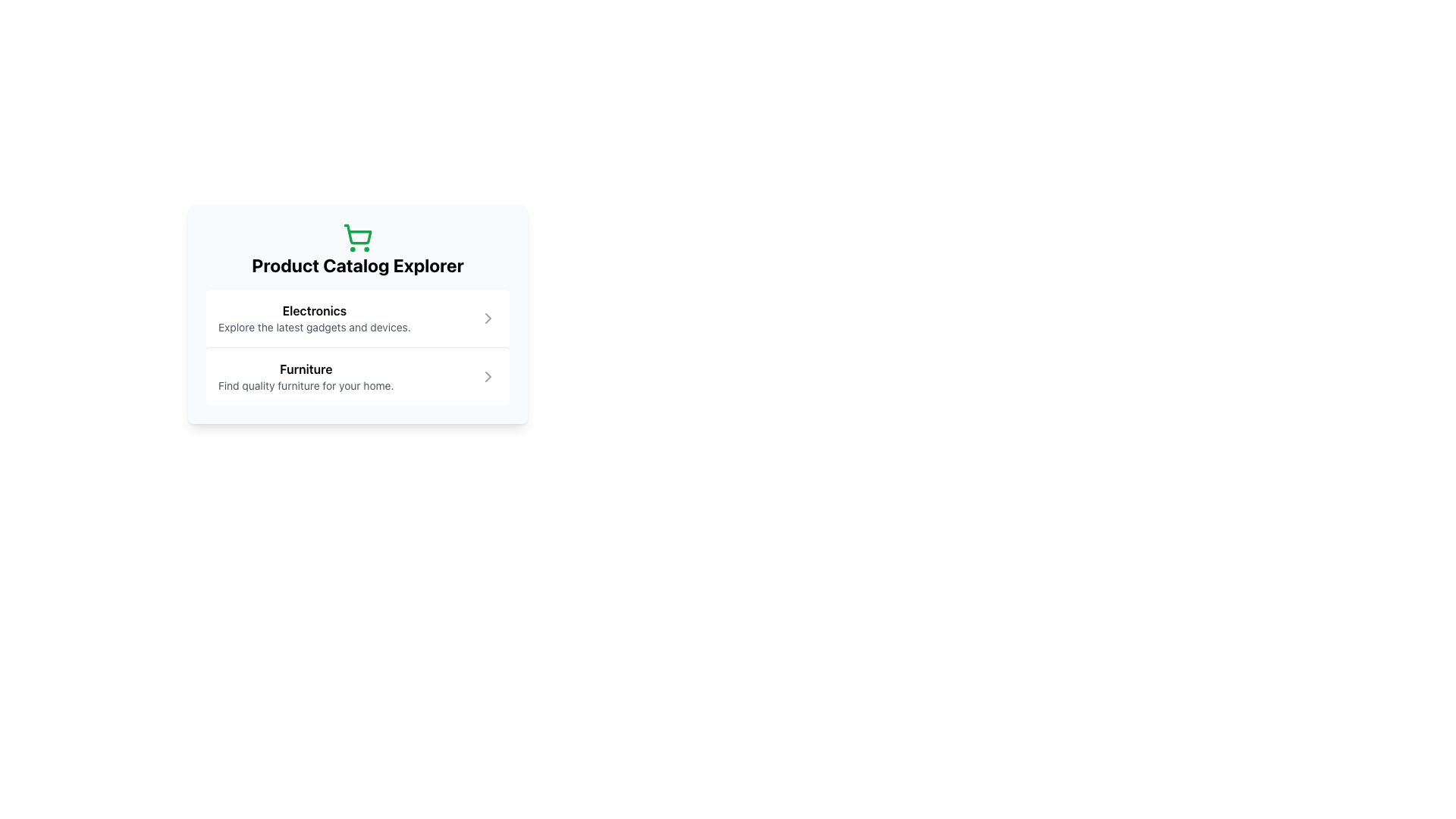 This screenshot has width=1456, height=819. What do you see at coordinates (313, 309) in the screenshot?
I see `the Text Label that serves as a title for the electronics section, positioned above the text 'Explore the latest gadgets and devices.'` at bounding box center [313, 309].